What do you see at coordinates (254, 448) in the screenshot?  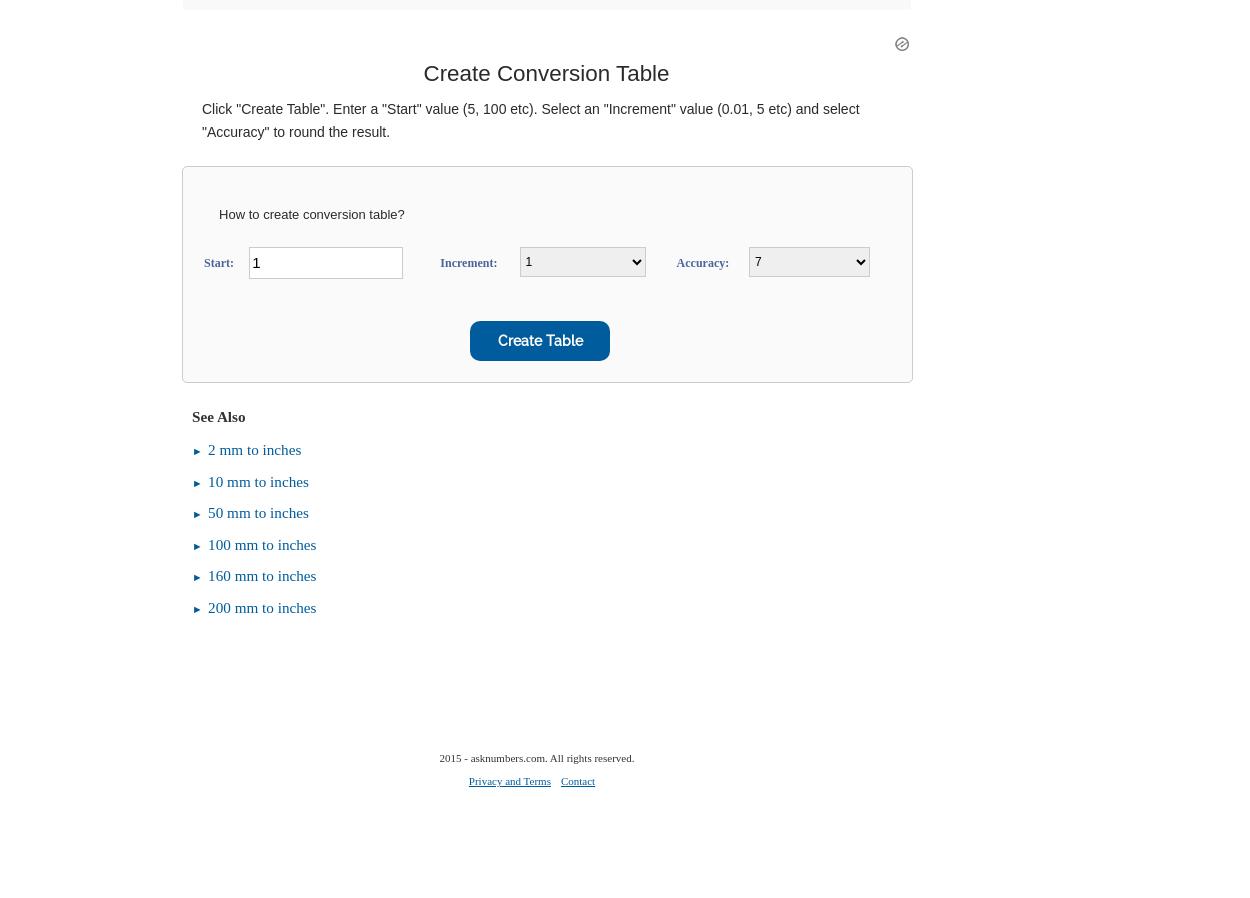 I see `'2 mm to inches'` at bounding box center [254, 448].